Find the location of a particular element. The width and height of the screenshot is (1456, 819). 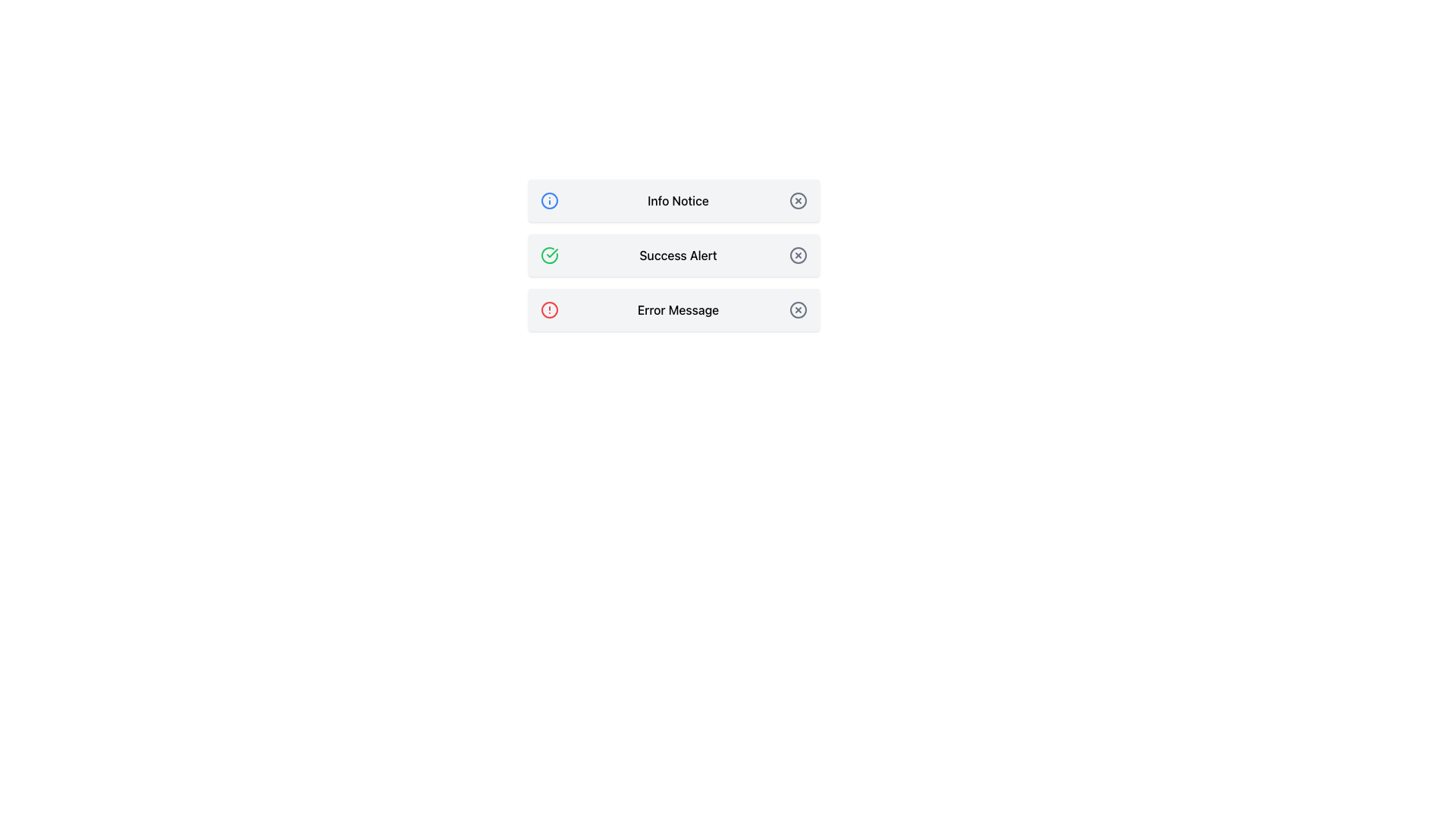

the informational icon located in the uppermost notification card to the left of the 'Info Notice' text label is located at coordinates (548, 200).